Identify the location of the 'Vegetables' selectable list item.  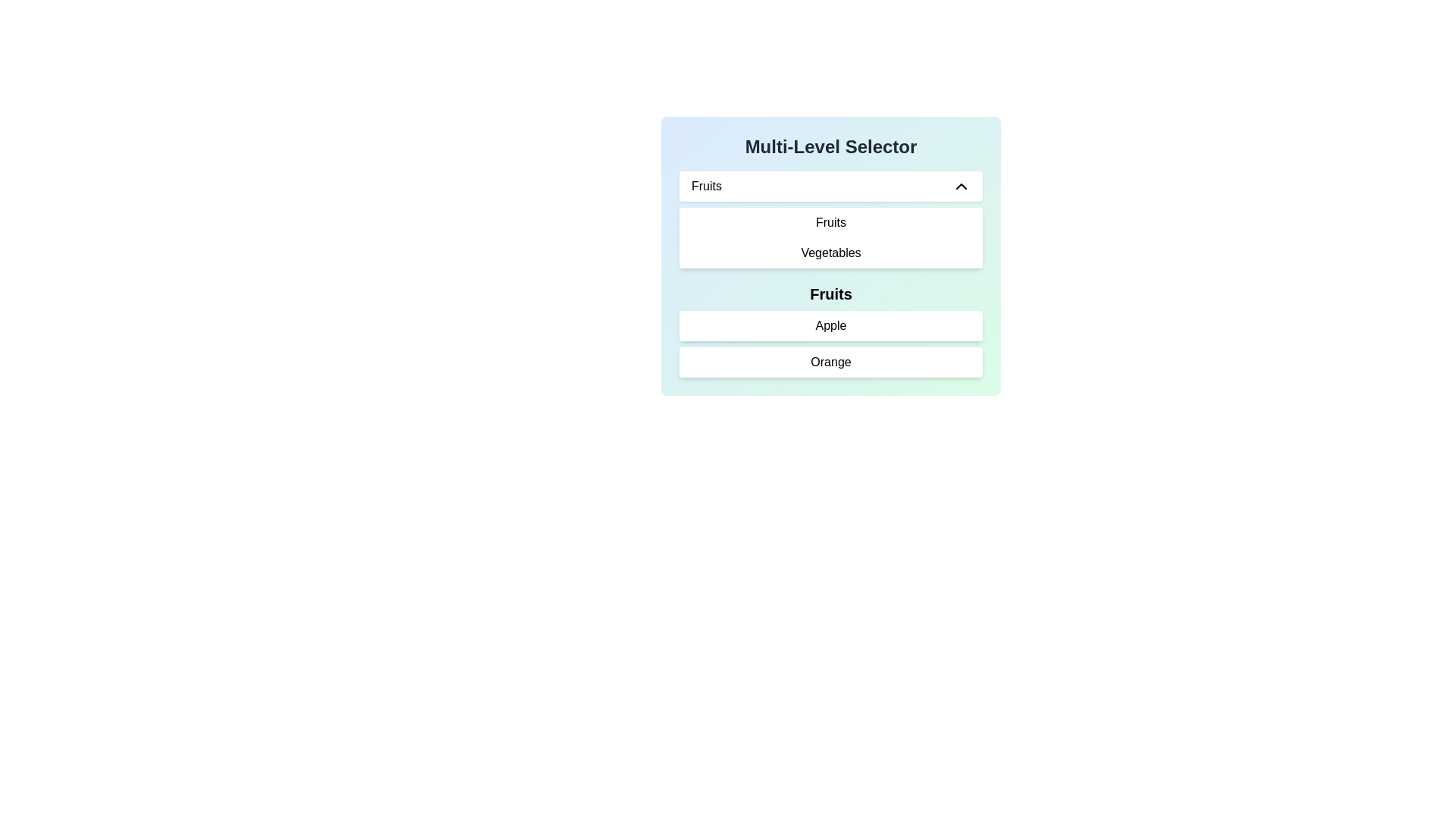
(830, 253).